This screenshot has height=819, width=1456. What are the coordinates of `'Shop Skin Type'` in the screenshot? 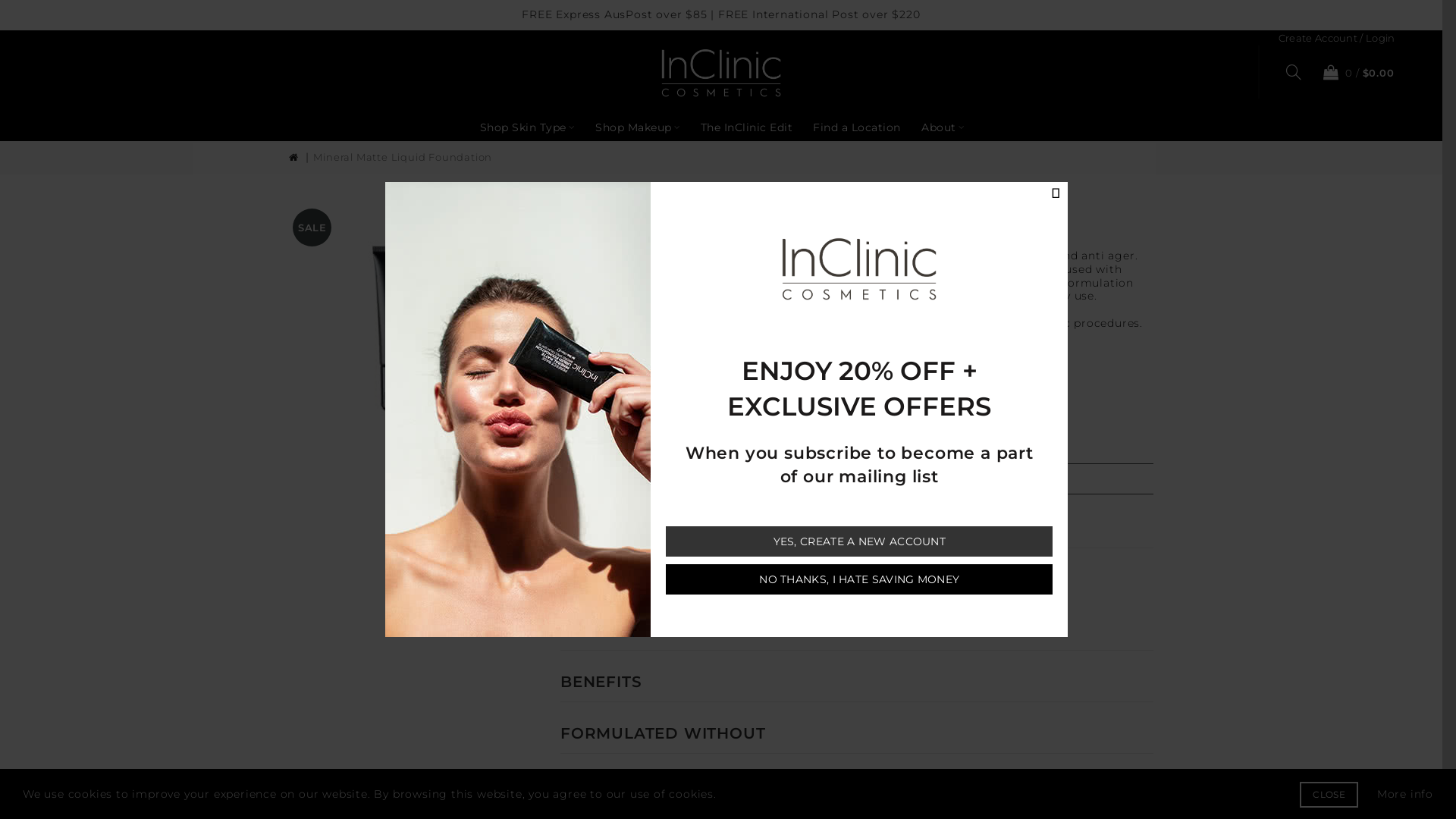 It's located at (527, 127).